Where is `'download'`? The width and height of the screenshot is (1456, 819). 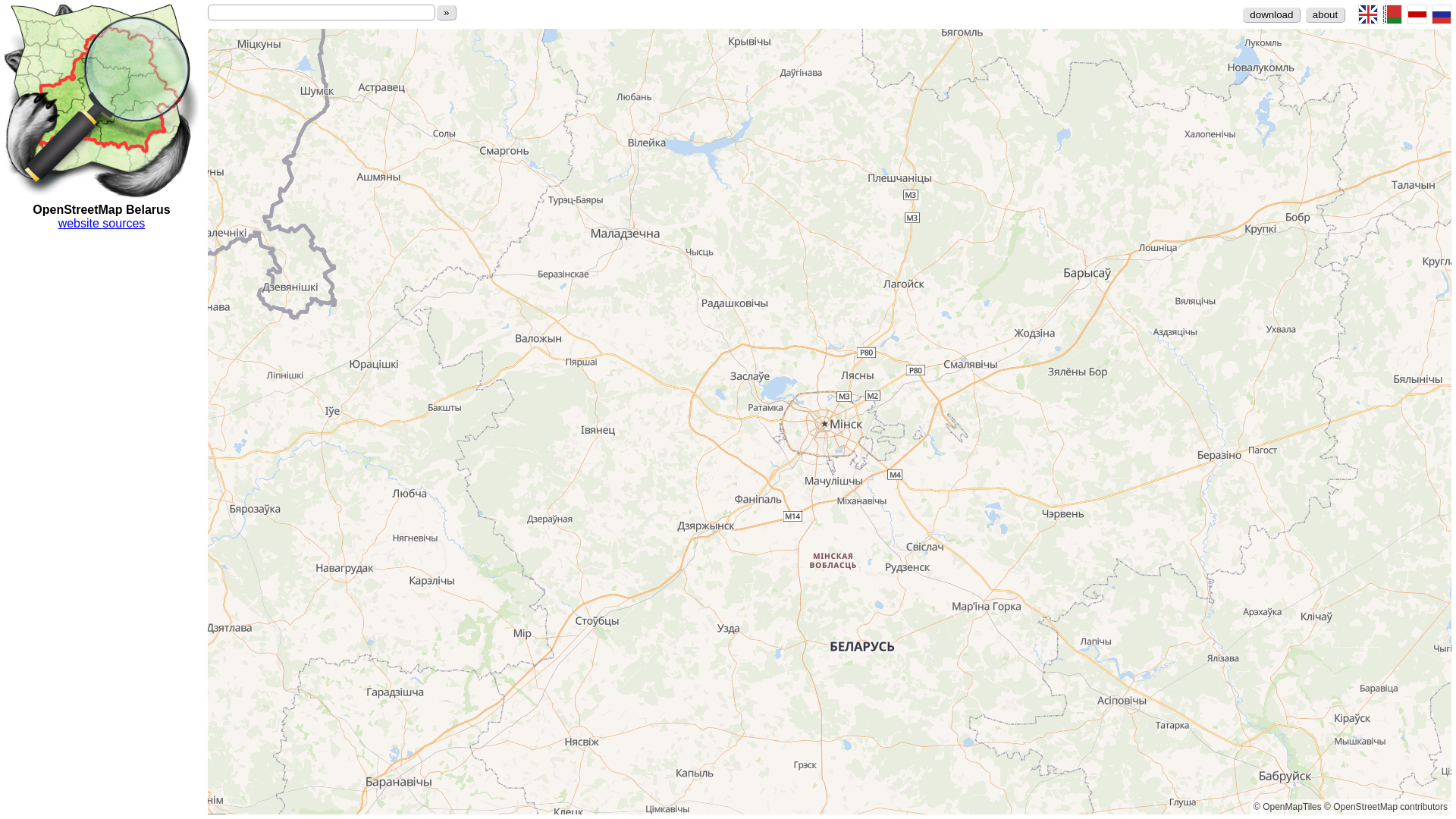
'download' is located at coordinates (1271, 14).